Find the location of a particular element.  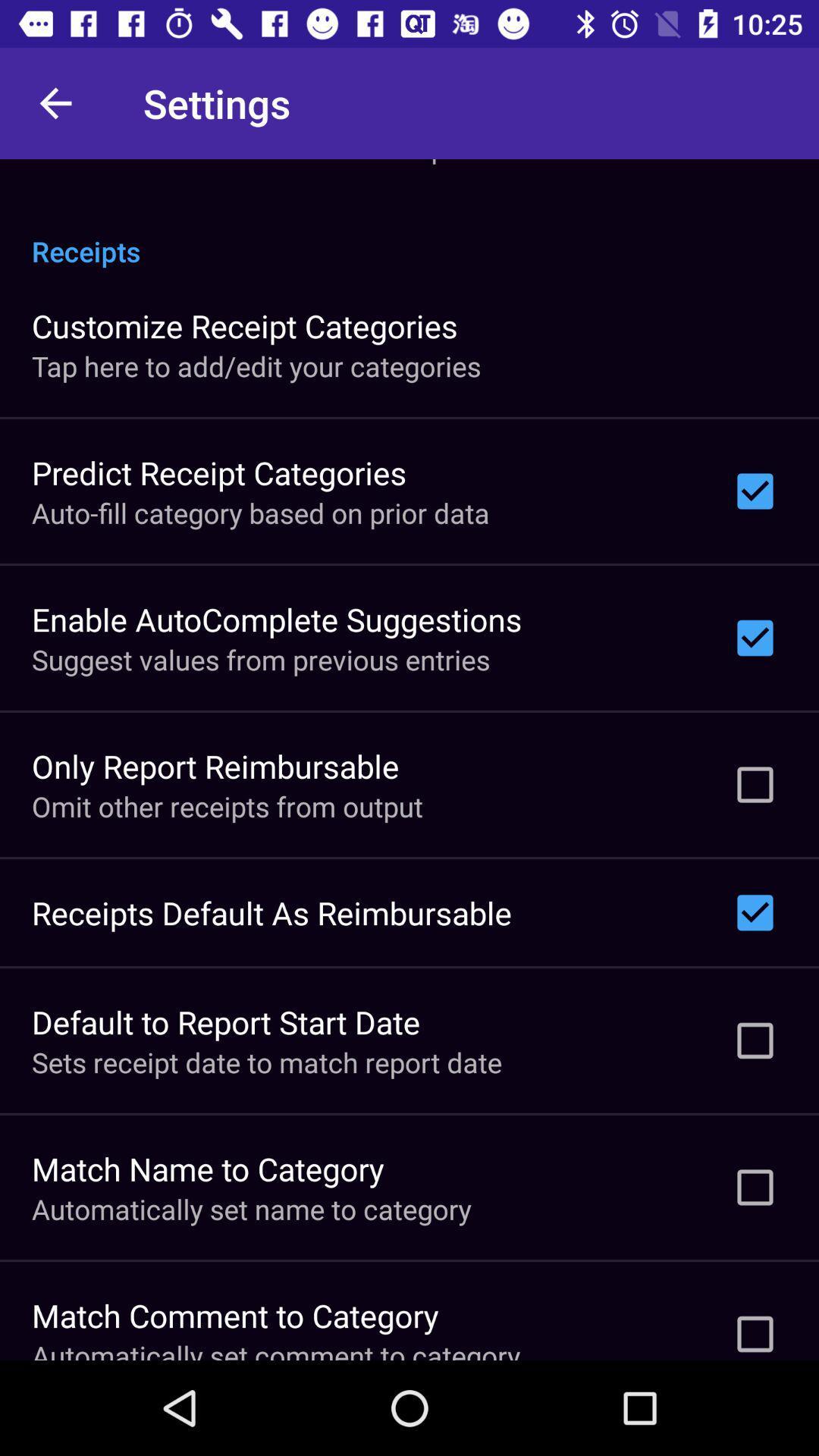

the receipts default as is located at coordinates (271, 912).